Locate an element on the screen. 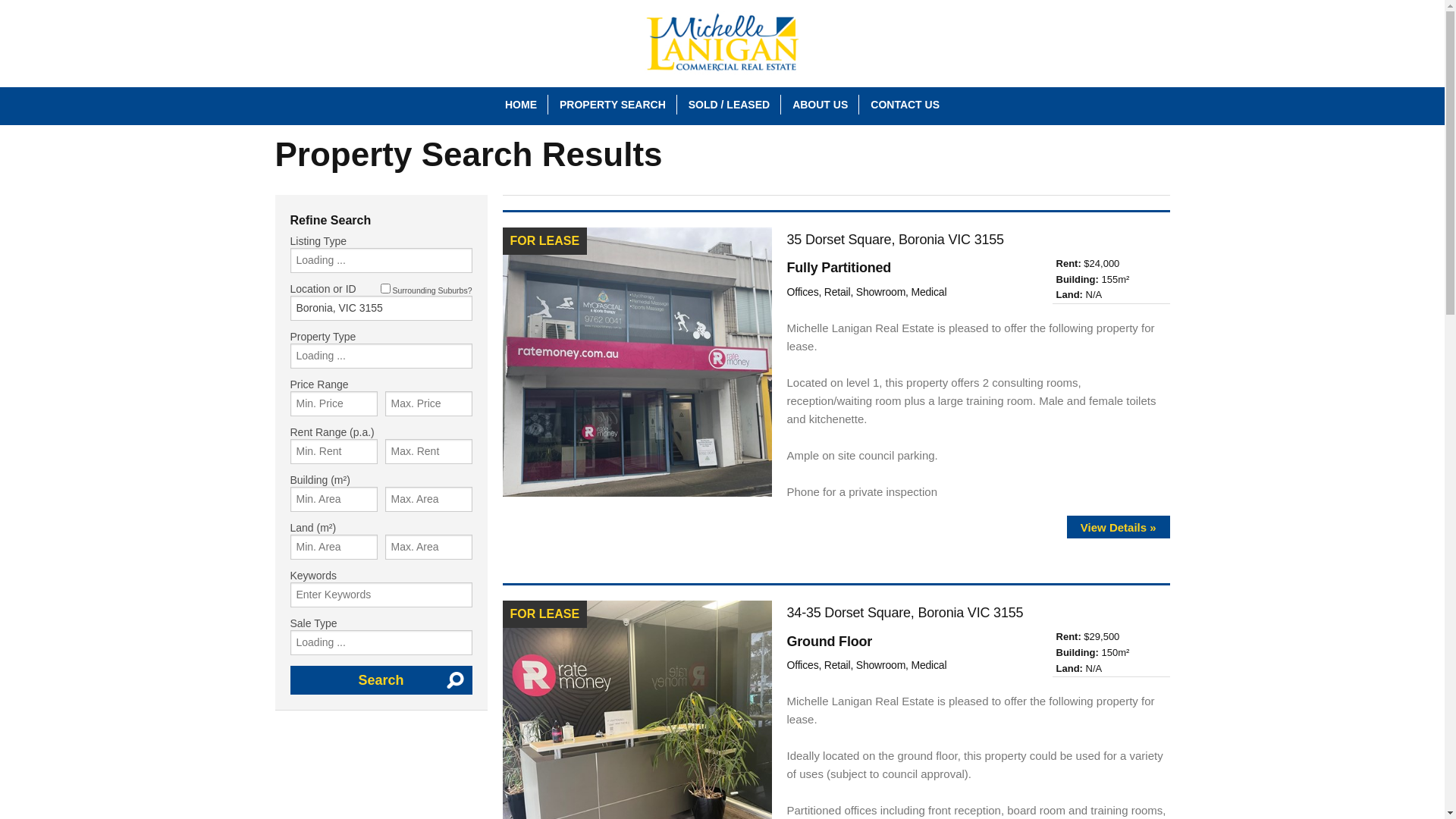 This screenshot has height=819, width=1456. 'CONTACT US' is located at coordinates (905, 104).